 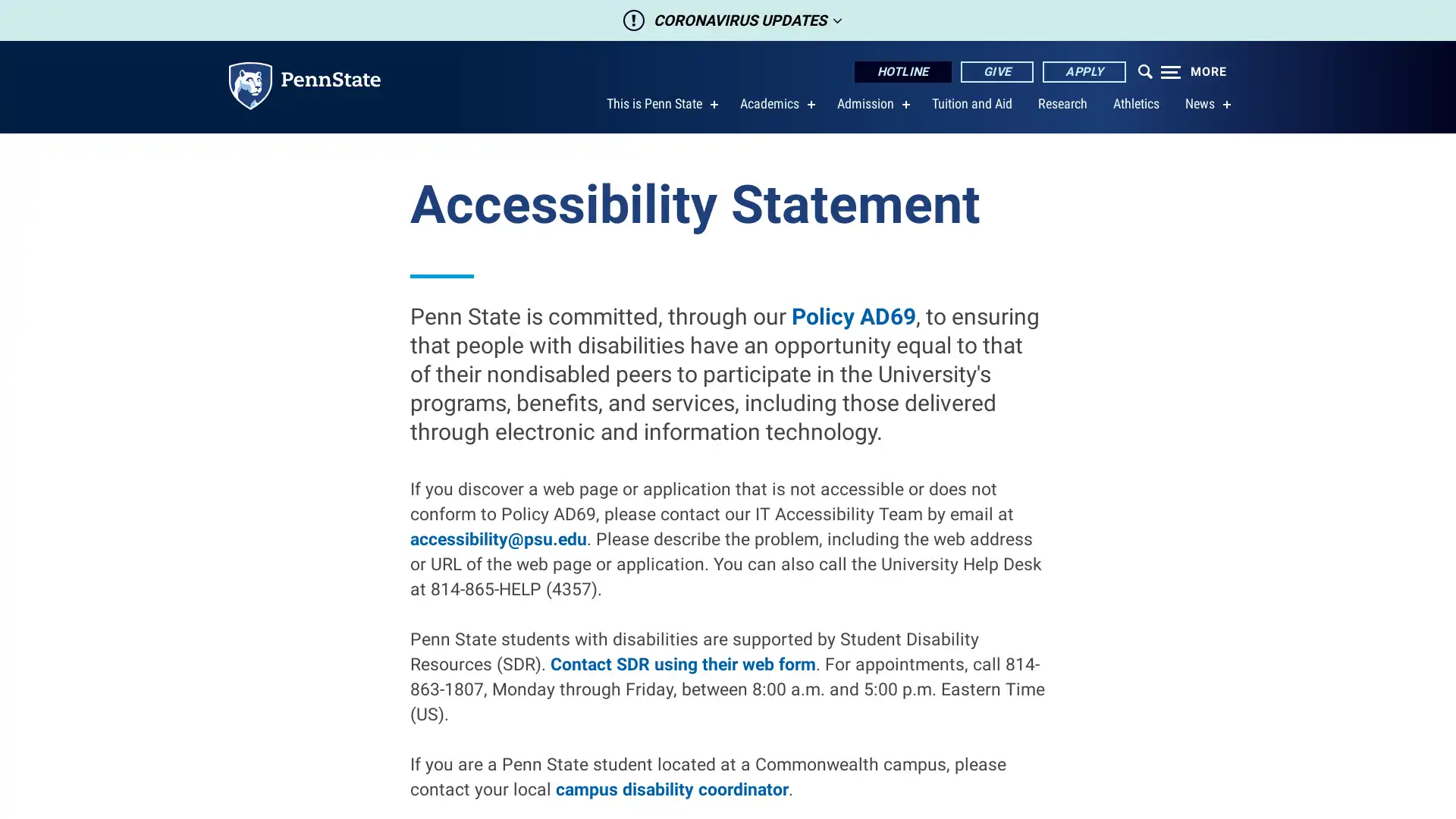 I want to click on Open menu which contains search, so click(x=1145, y=70).